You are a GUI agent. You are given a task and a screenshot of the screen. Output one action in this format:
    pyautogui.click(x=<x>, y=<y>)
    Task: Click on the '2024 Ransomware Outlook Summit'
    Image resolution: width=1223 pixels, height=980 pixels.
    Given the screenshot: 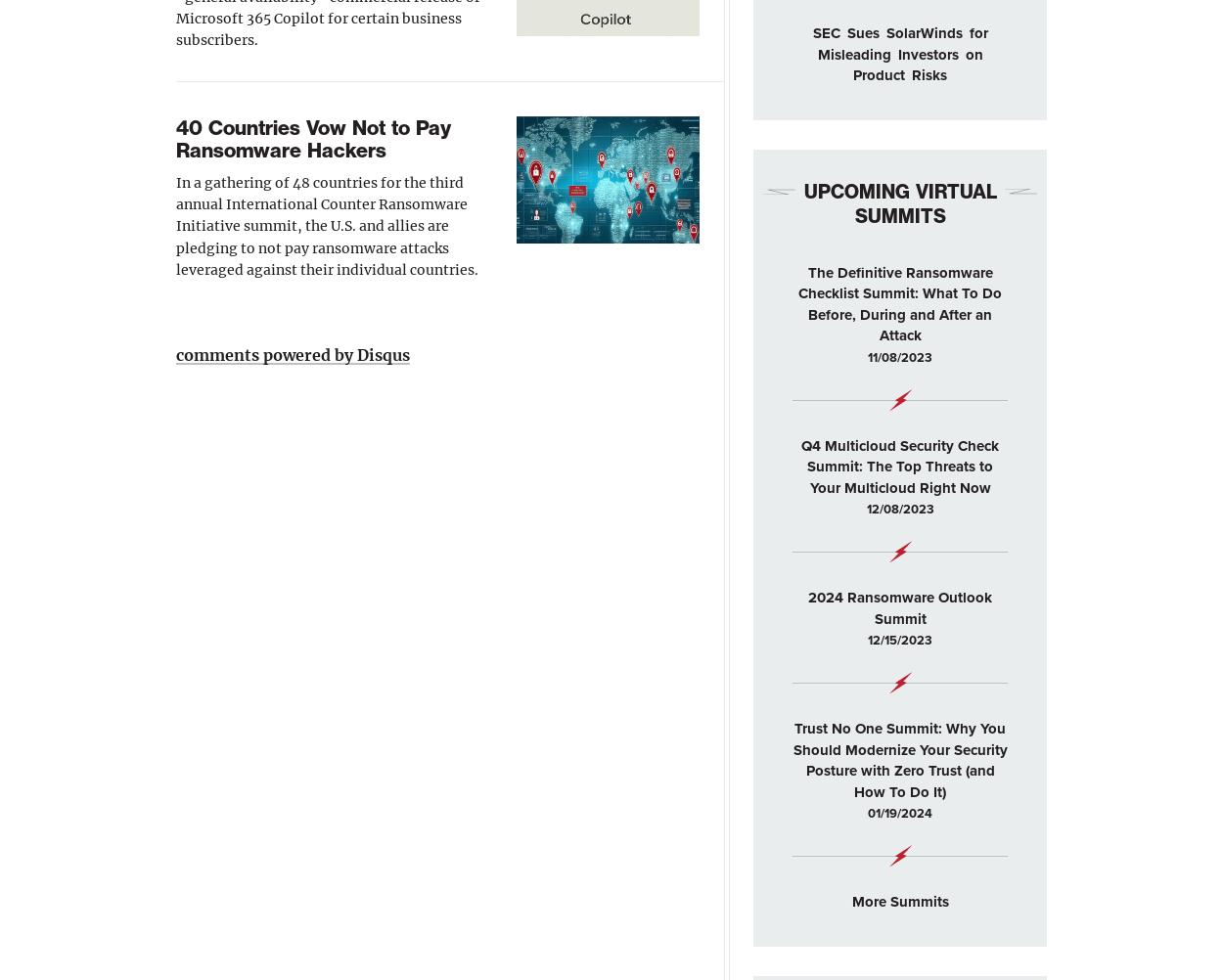 What is the action you would take?
    pyautogui.click(x=807, y=606)
    